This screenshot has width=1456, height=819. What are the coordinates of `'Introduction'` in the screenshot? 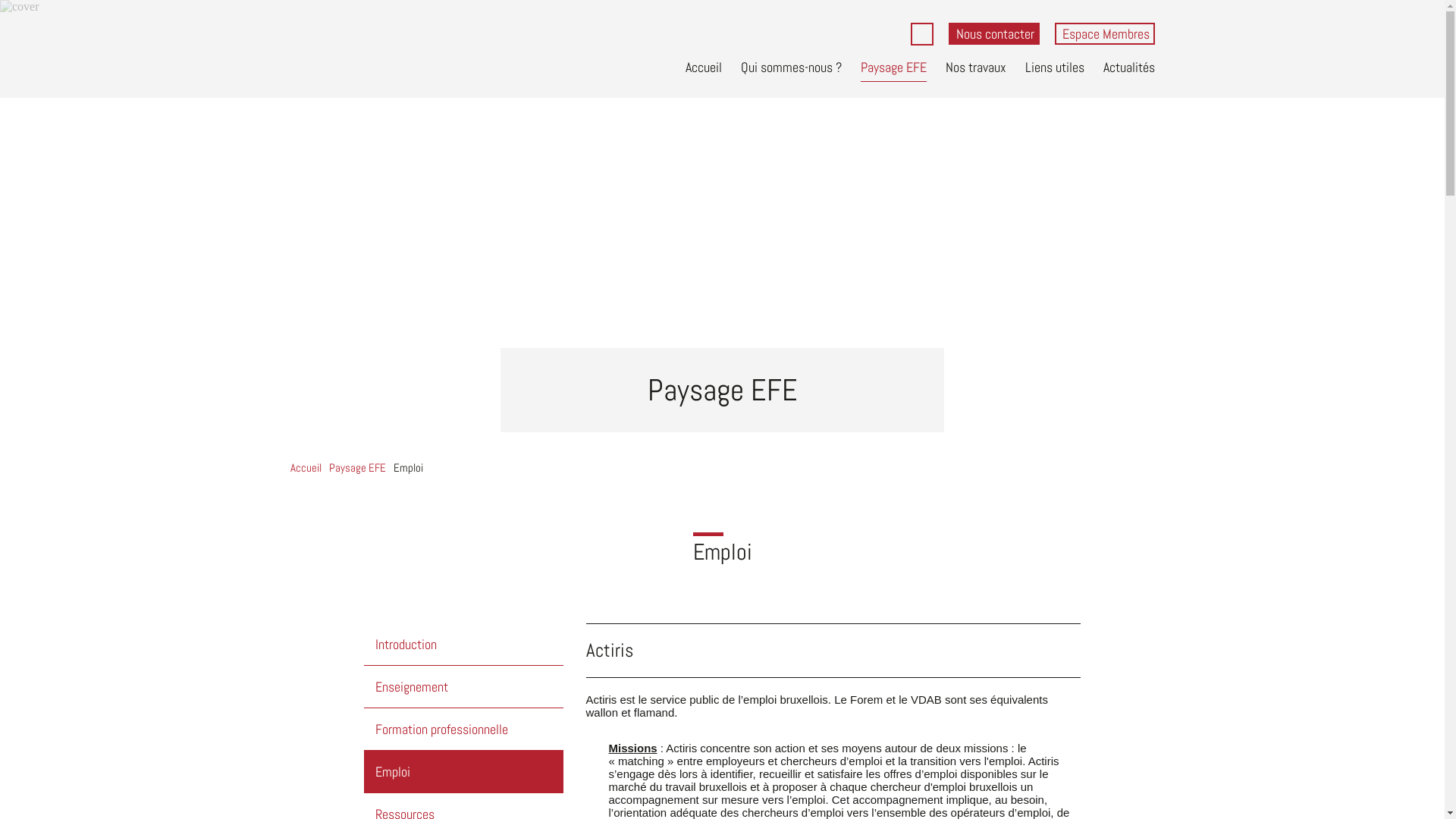 It's located at (364, 644).